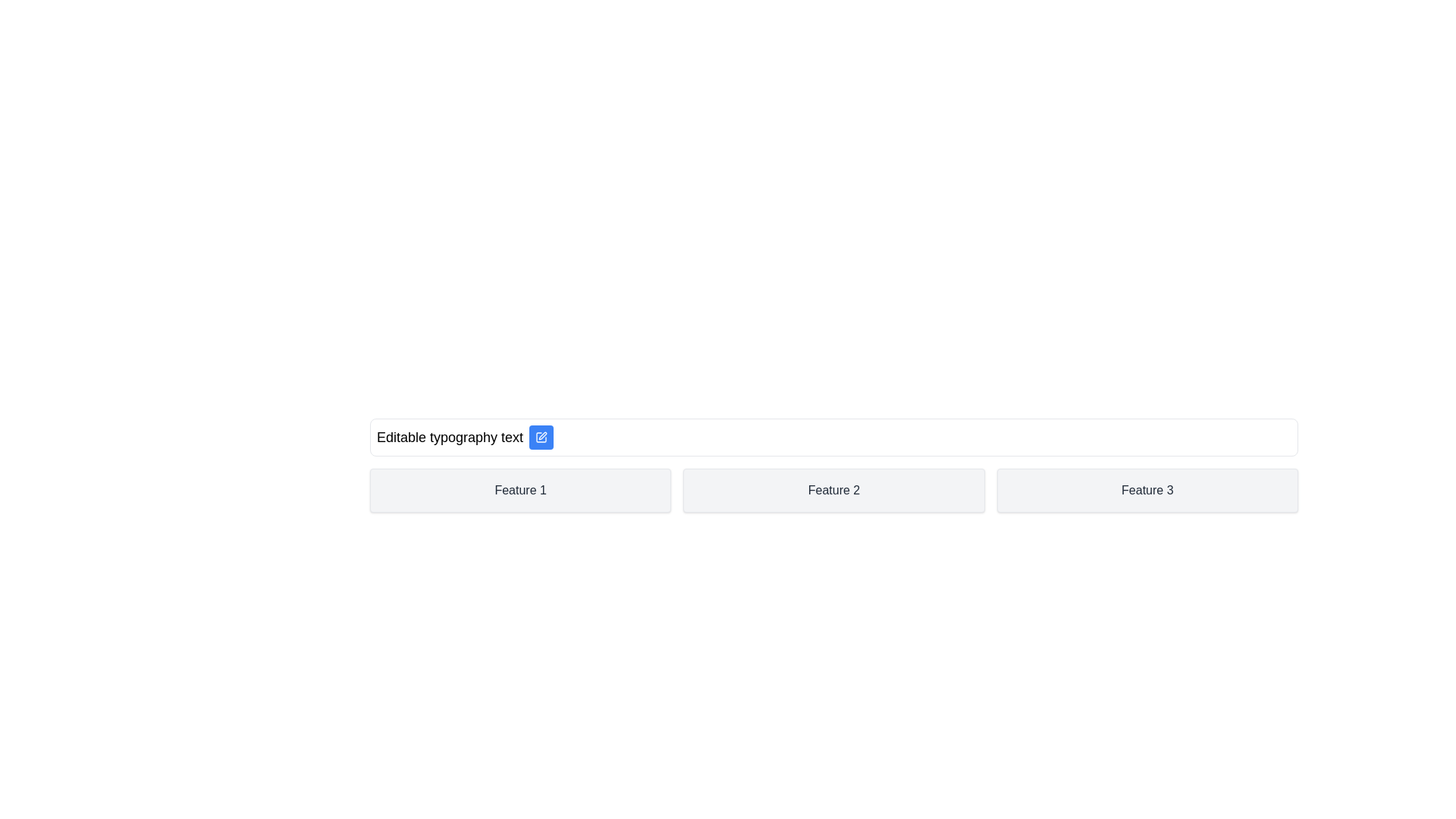 This screenshot has height=819, width=1456. I want to click on the static text label representing 'Feature 2', which is located at the center of the middle card among three horizontally arranged cards, so click(833, 491).